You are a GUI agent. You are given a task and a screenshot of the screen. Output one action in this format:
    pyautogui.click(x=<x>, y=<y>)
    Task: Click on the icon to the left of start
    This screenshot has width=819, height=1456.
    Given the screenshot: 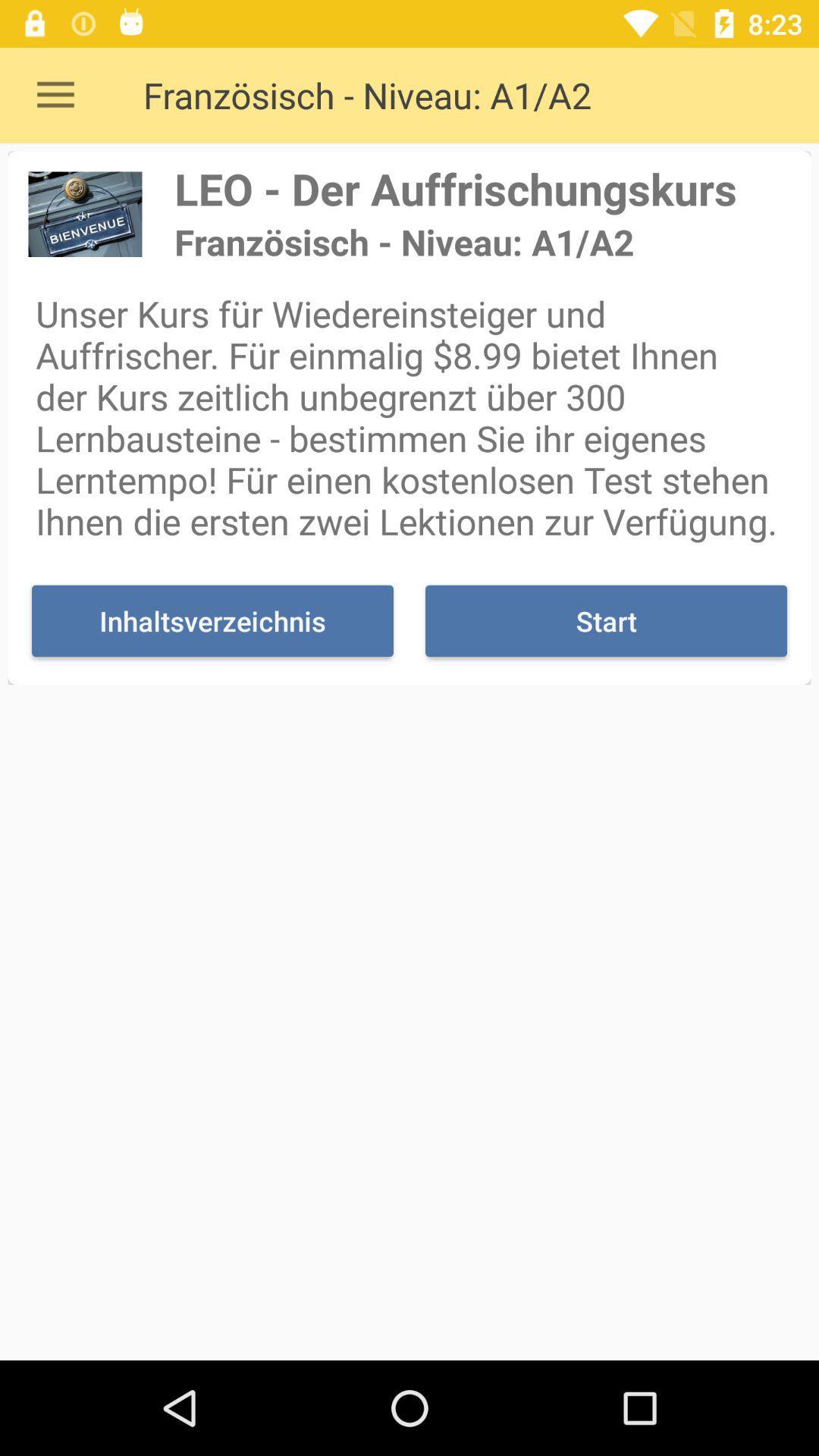 What is the action you would take?
    pyautogui.click(x=212, y=621)
    